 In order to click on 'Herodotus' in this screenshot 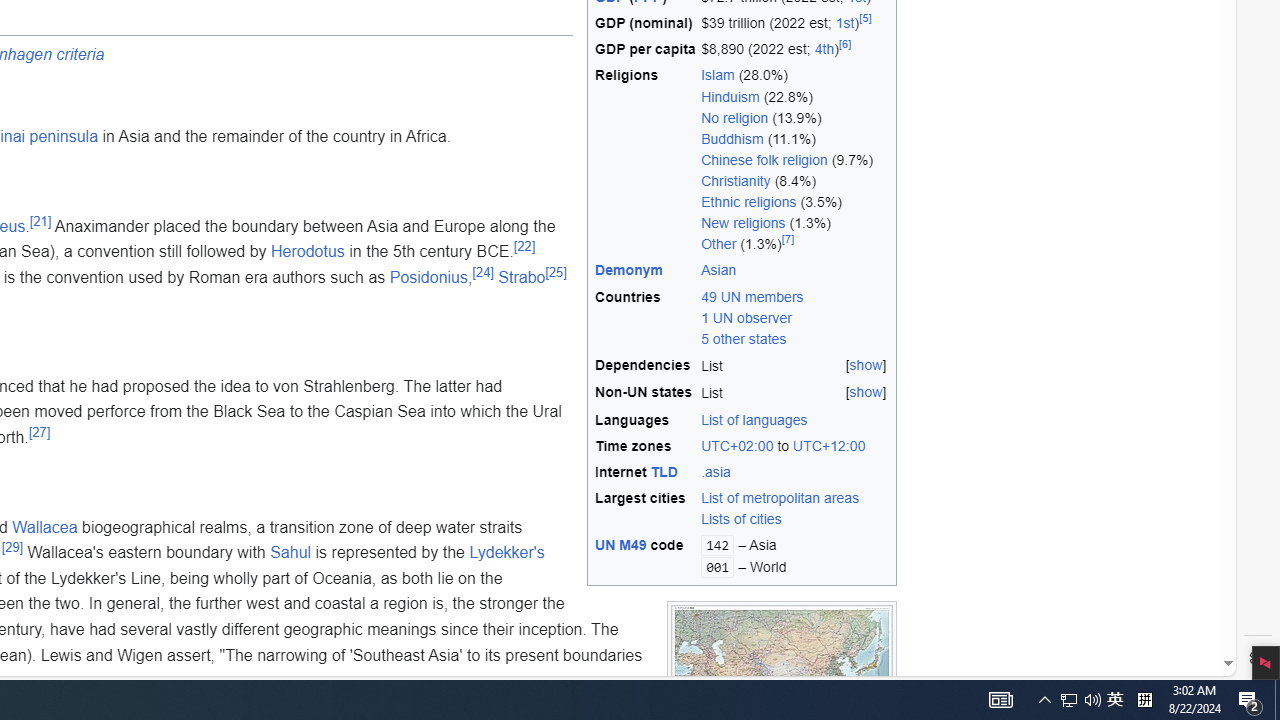, I will do `click(307, 250)`.